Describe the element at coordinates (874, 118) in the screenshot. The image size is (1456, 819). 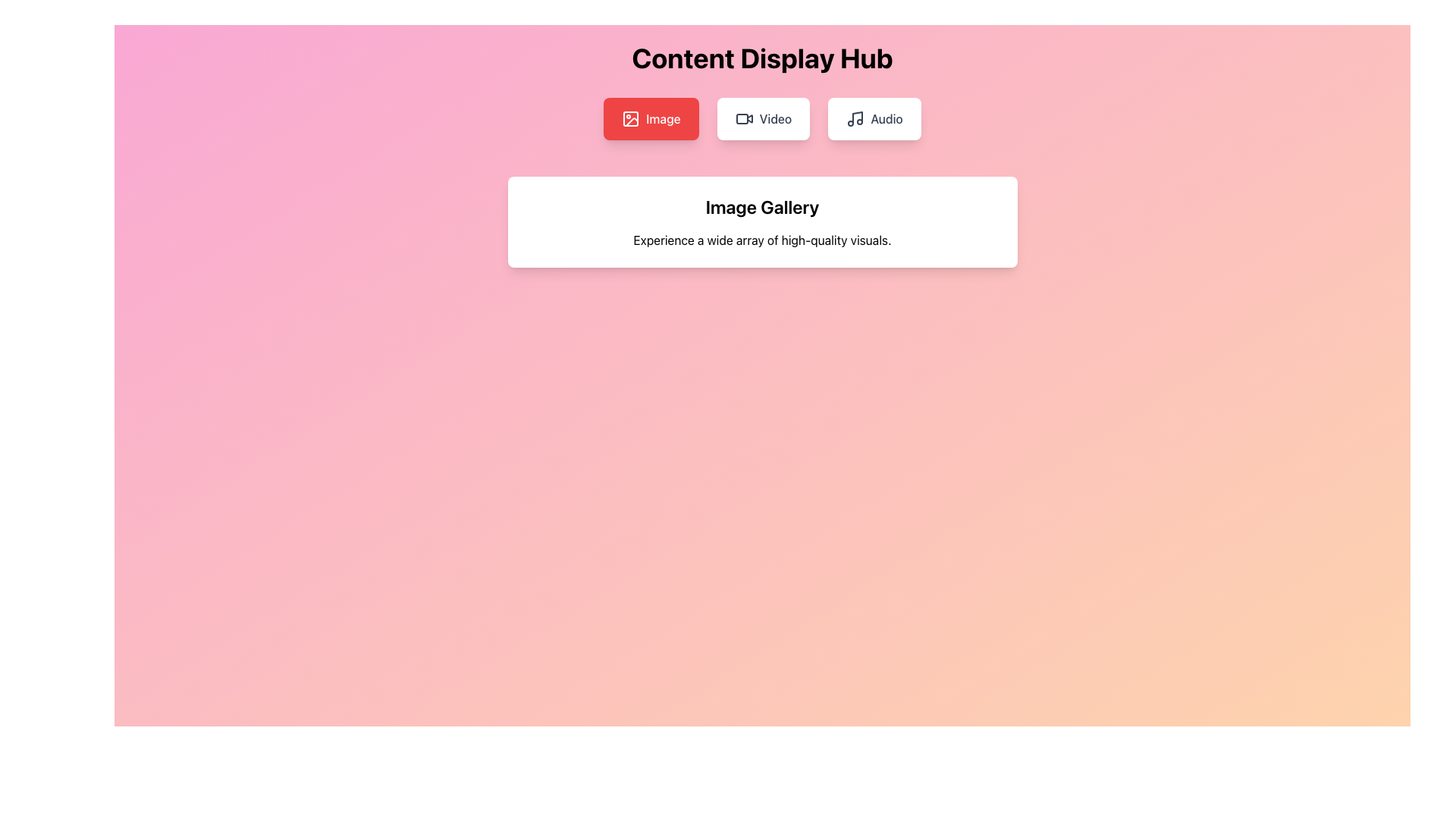
I see `the rightmost button in the top-center menu, which has a white background, gray text, and an icon resembling a musical note` at that location.